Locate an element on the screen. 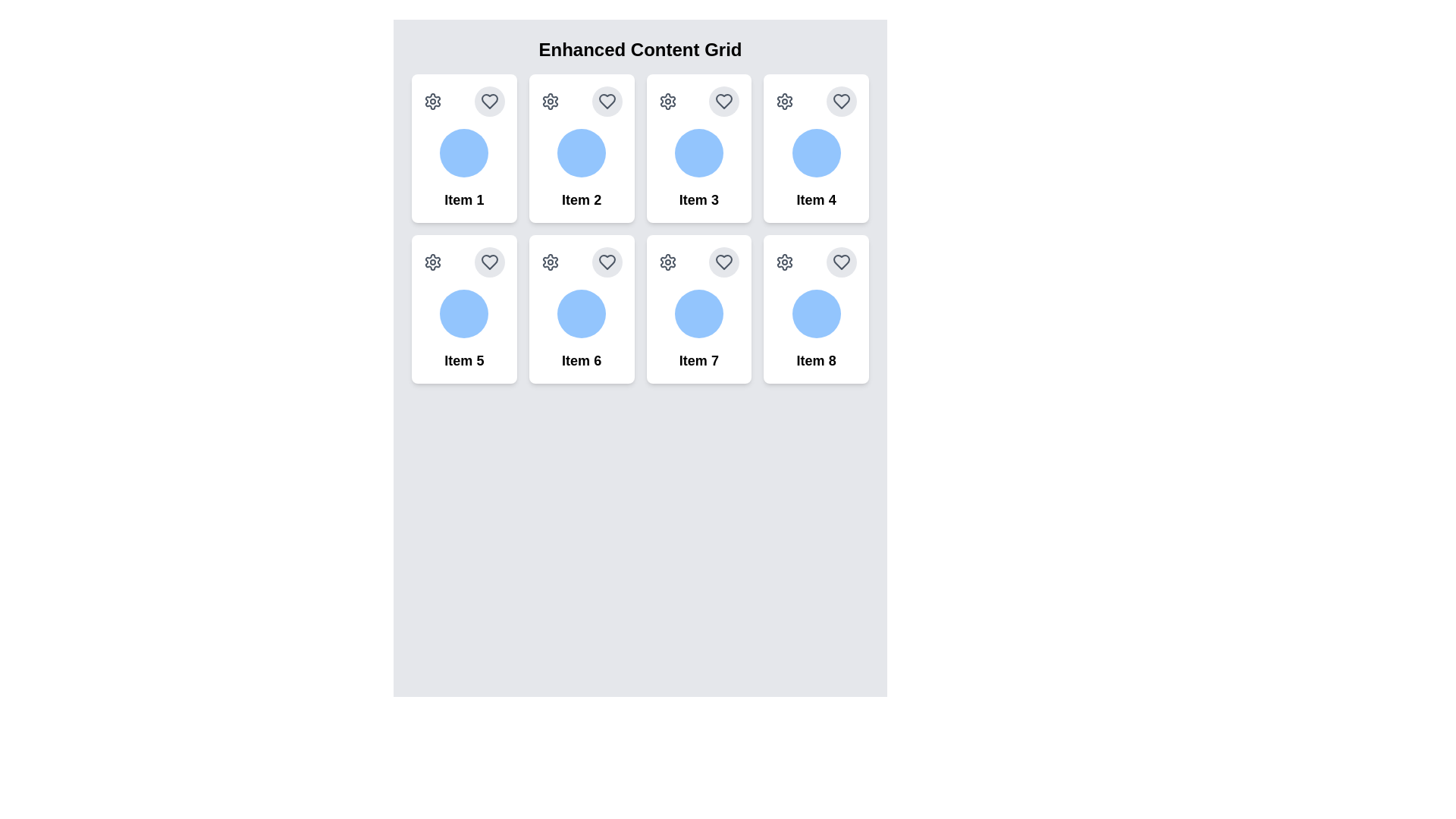 This screenshot has width=1456, height=819. the heart icon in the upper-right corner of the card labeled 'Item 7', located in the second row, third column of the grid layout is located at coordinates (723, 262).